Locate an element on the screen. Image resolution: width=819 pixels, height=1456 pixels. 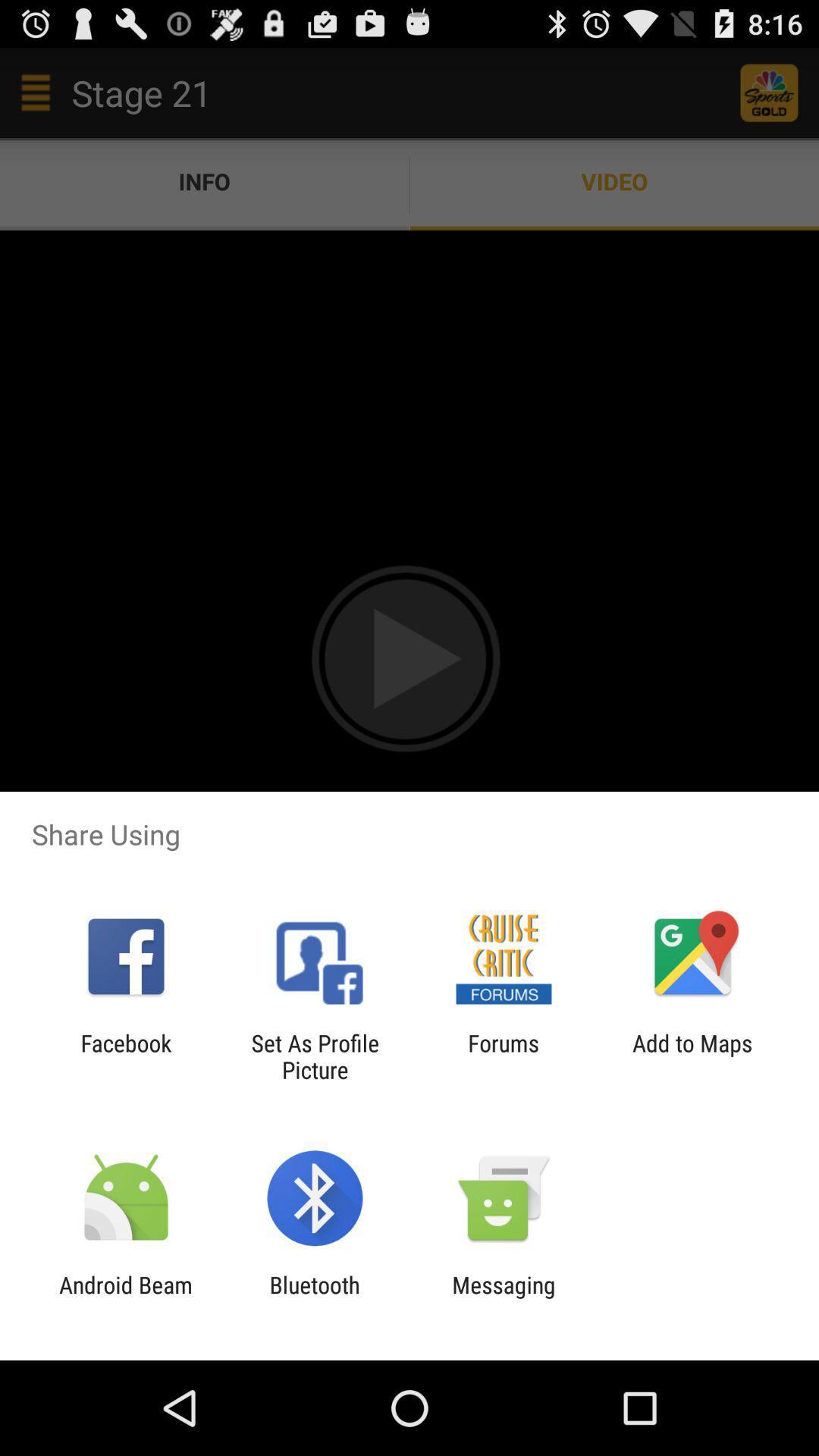
the item next to the set as profile is located at coordinates (504, 1056).